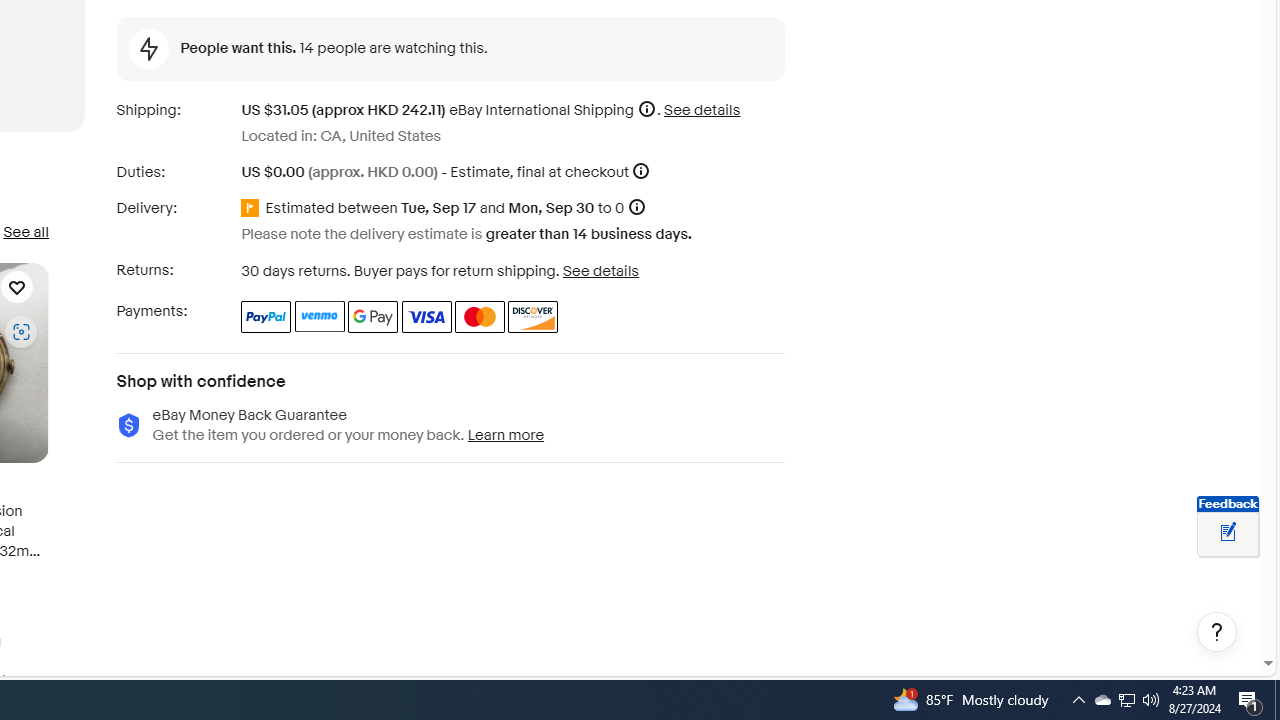 The image size is (1280, 720). Describe the element at coordinates (599, 270) in the screenshot. I see `'See details - for more information about returns'` at that location.